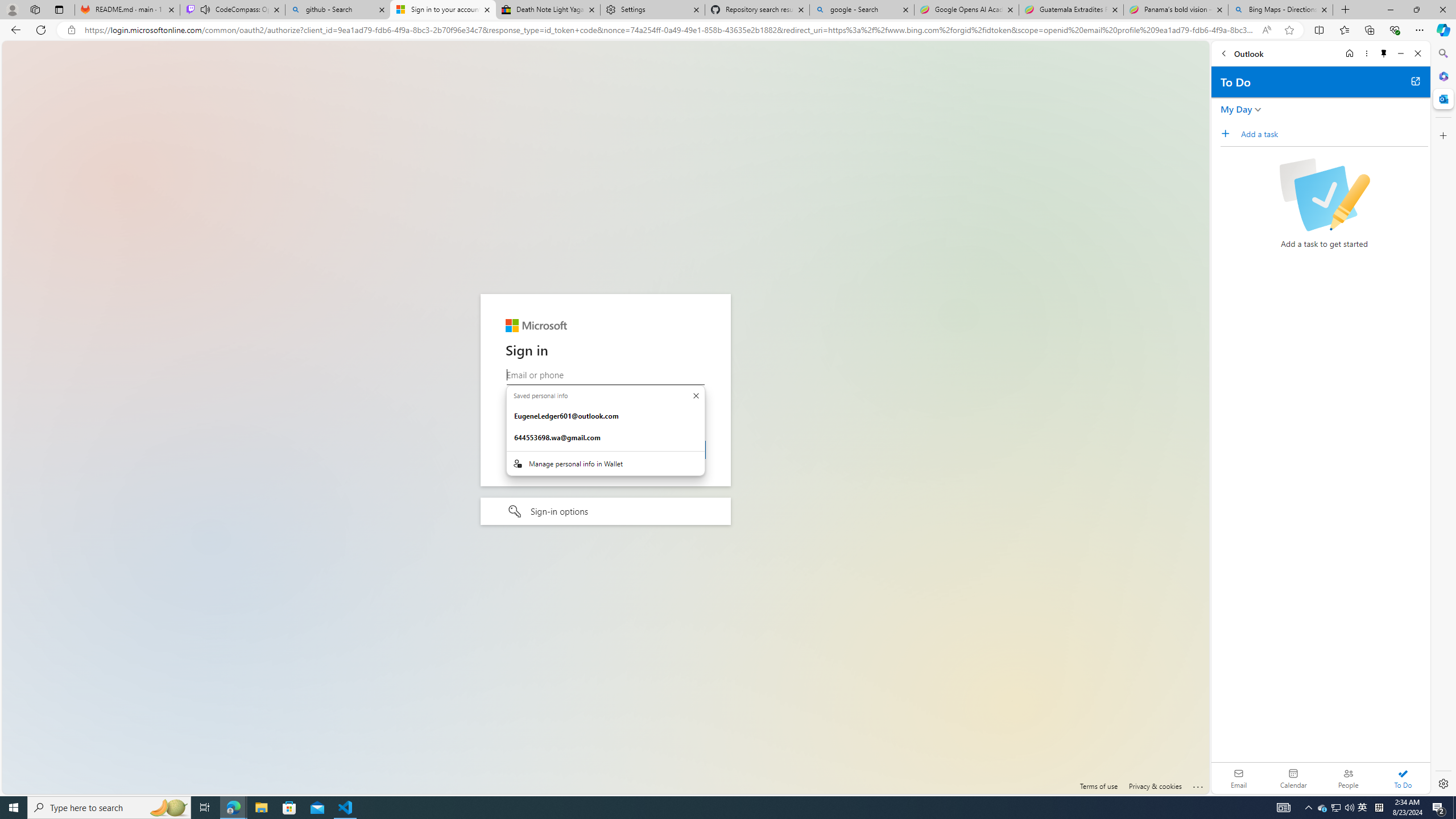  Describe the element at coordinates (204, 9) in the screenshot. I see `'Mute tab'` at that location.